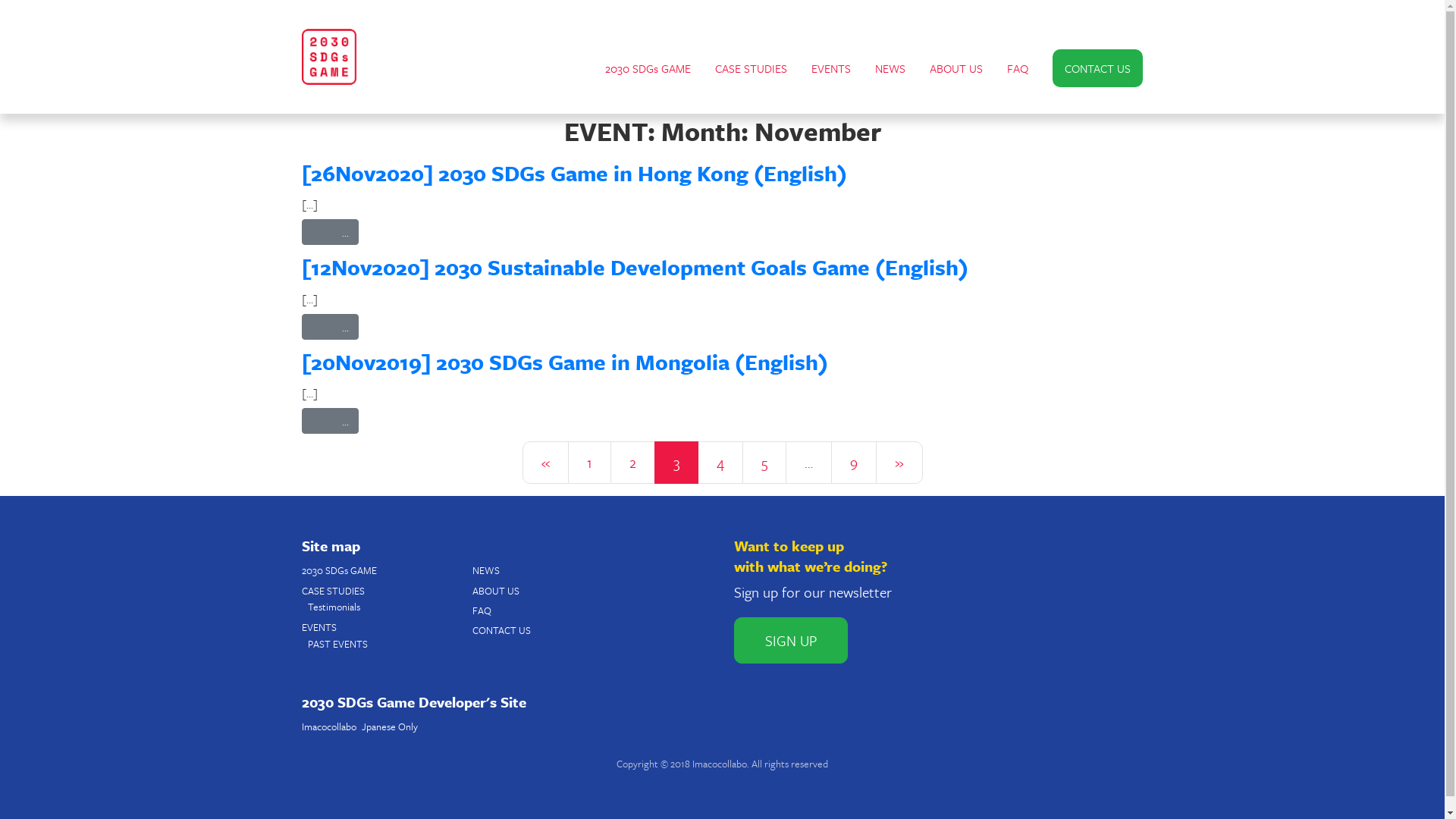 The image size is (1456, 819). What do you see at coordinates (337, 643) in the screenshot?
I see `'PAST EVENTS'` at bounding box center [337, 643].